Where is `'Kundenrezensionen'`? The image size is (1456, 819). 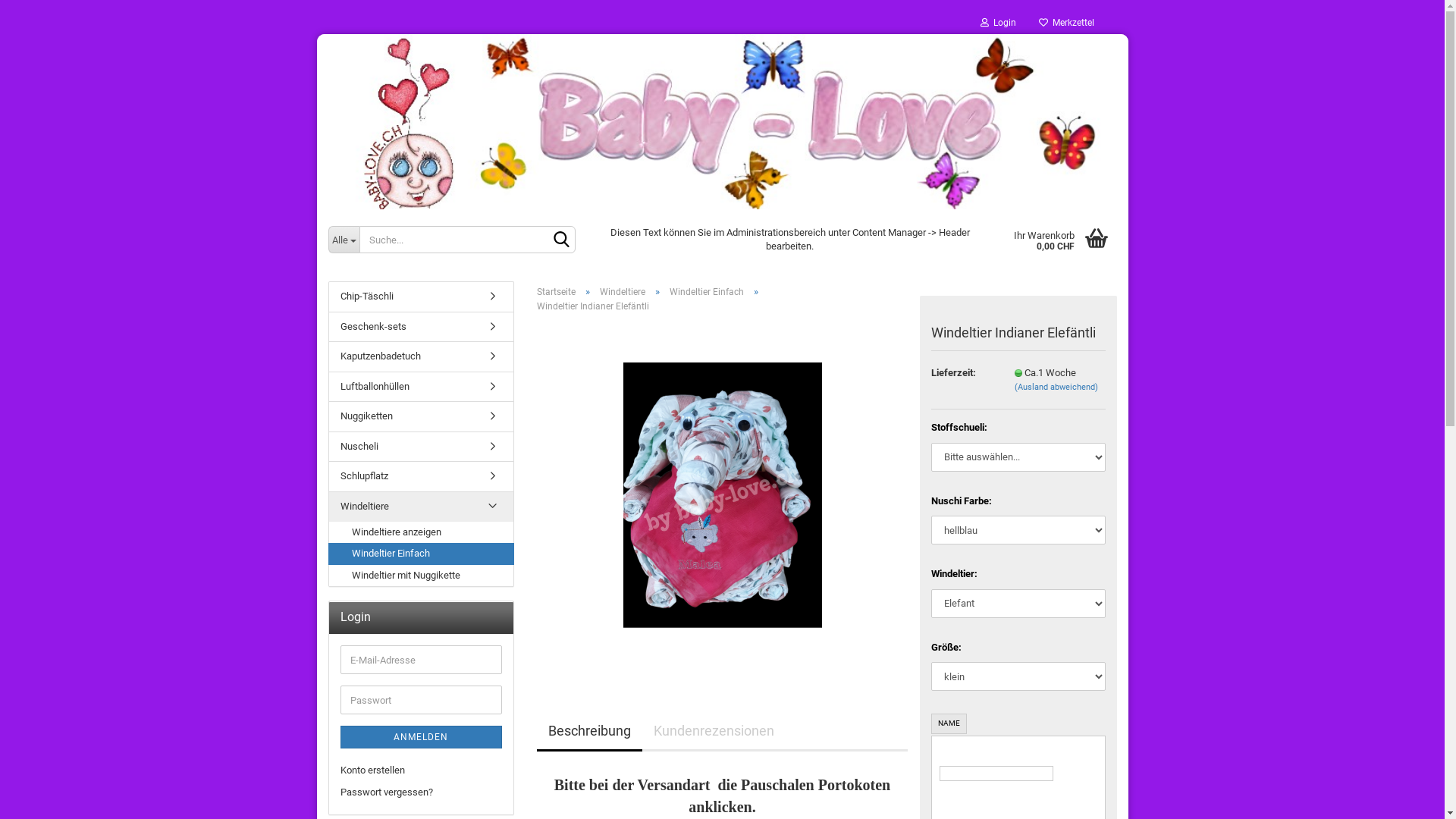
'Kundenrezensionen' is located at coordinates (712, 731).